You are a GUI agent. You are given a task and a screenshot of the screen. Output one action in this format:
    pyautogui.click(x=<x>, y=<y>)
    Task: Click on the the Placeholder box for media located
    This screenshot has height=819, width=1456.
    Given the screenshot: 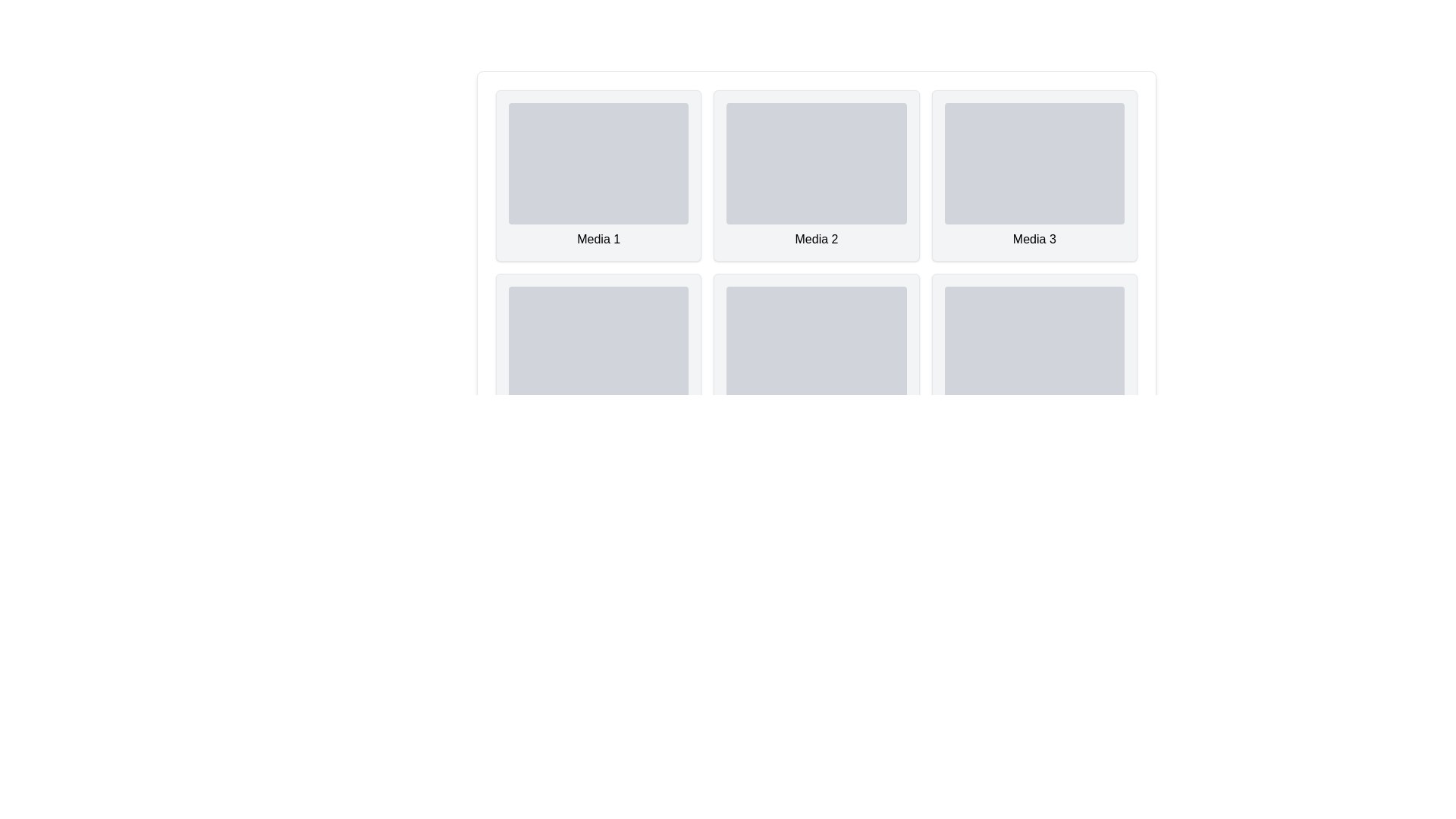 What is the action you would take?
    pyautogui.click(x=598, y=164)
    